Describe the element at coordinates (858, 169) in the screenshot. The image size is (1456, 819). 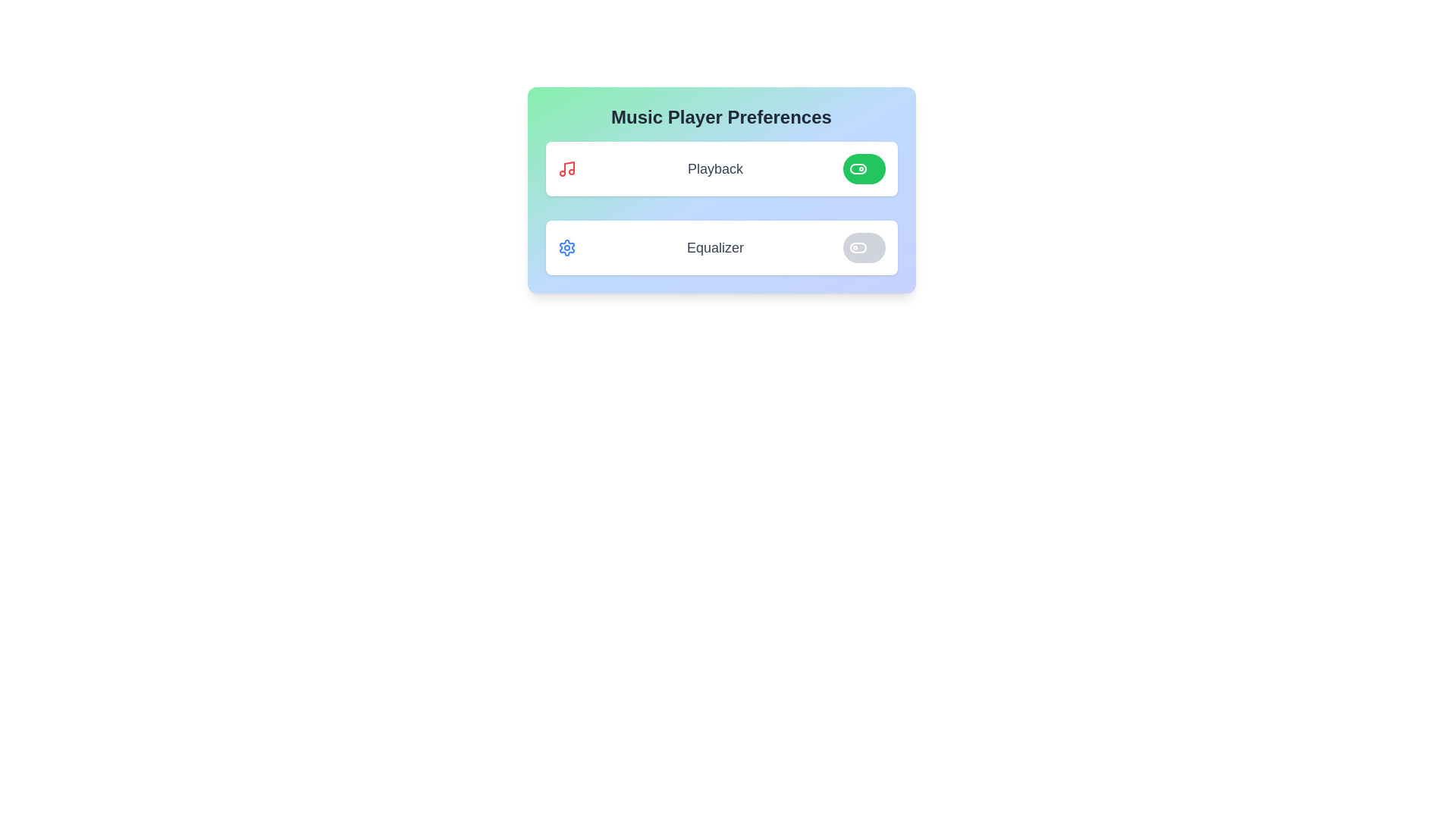
I see `the green rounded rectangle decoration of the toggle switch for the 'Playback' option in the 'Music Player Preferences' panel` at that location.